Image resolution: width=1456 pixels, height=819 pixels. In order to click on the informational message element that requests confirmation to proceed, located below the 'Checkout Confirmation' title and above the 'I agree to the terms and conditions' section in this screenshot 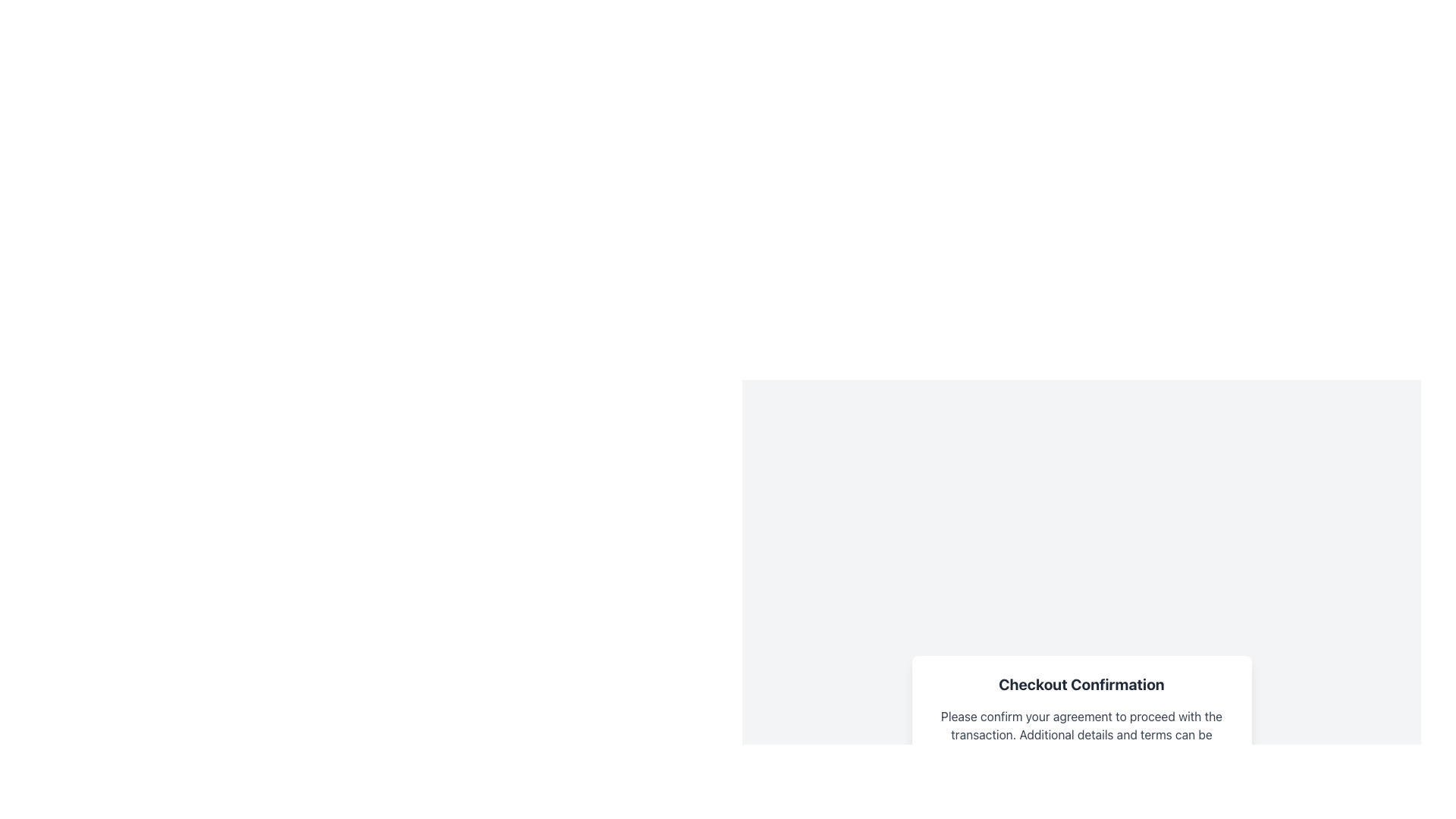, I will do `click(1081, 733)`.